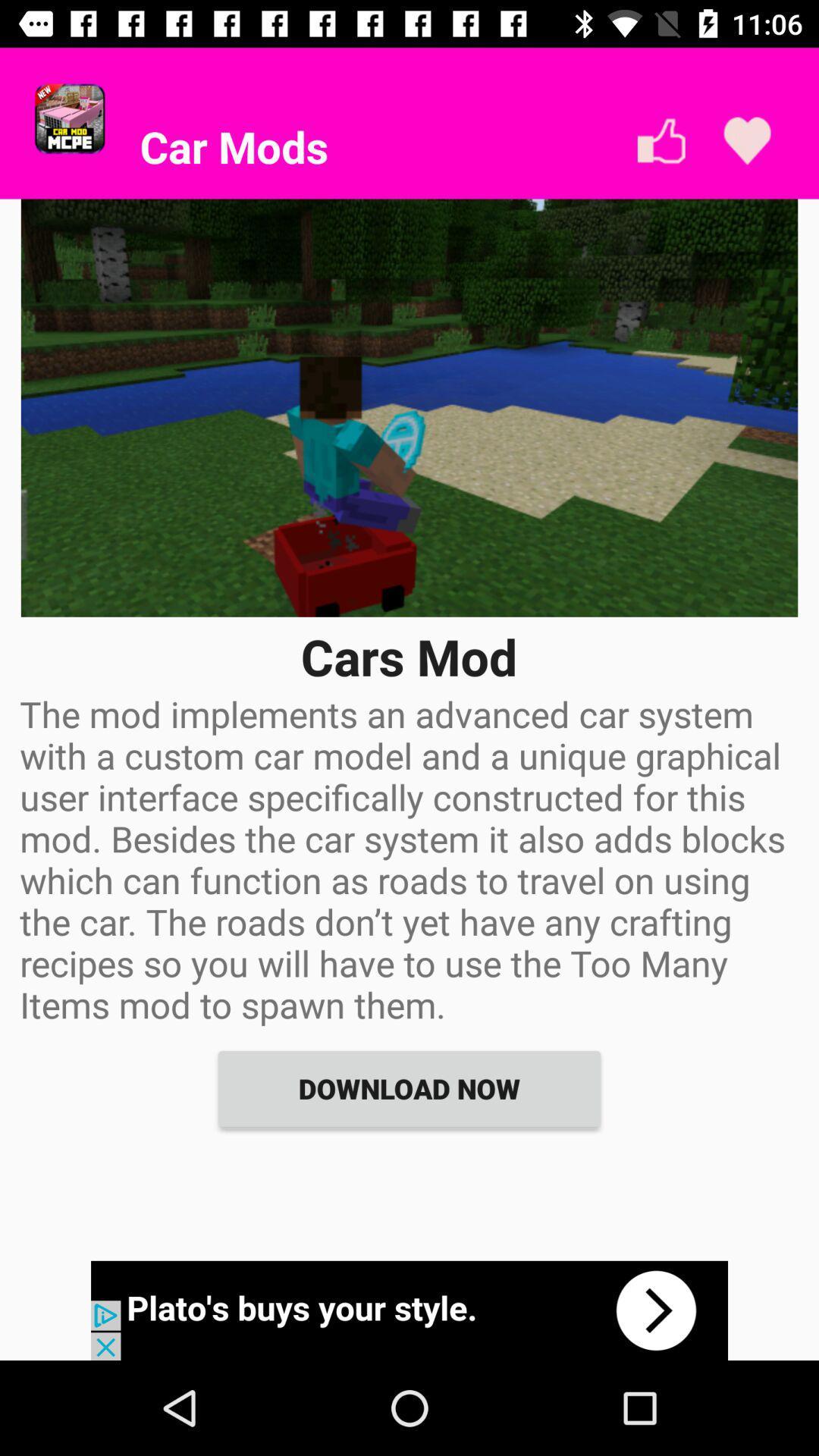  I want to click on the favorite icon, so click(746, 141).